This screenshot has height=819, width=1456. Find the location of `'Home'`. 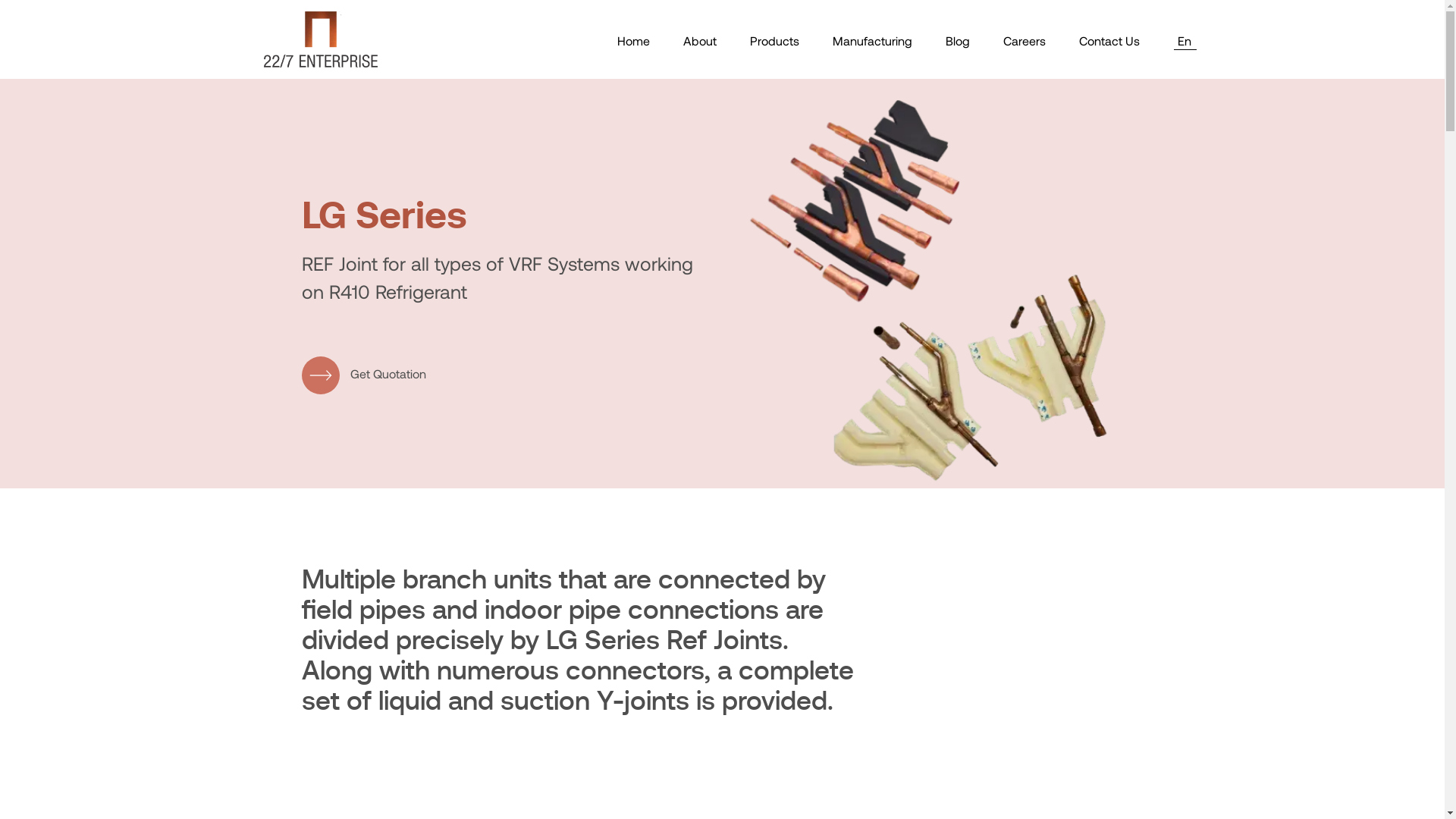

'Home' is located at coordinates (633, 39).